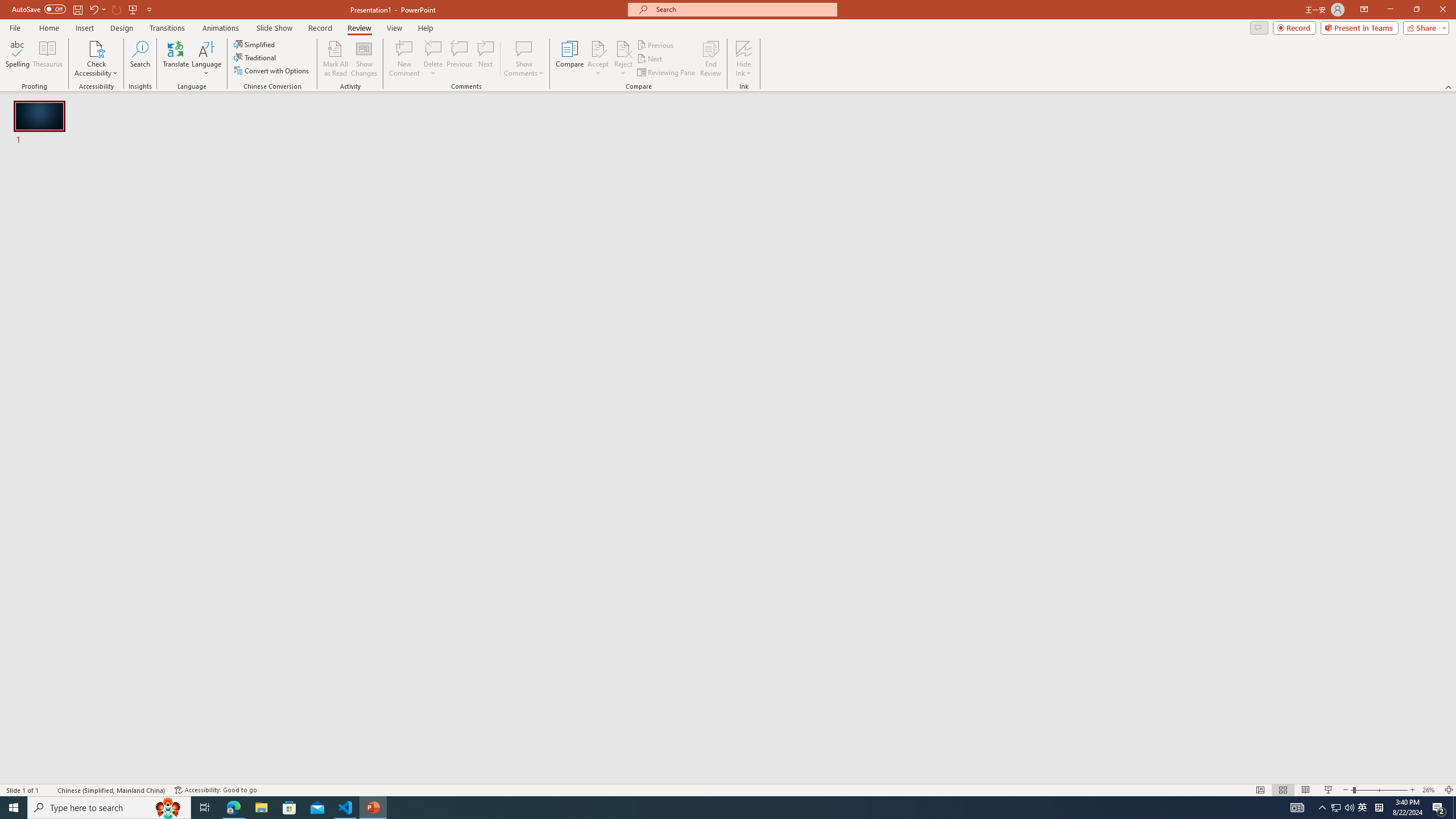  What do you see at coordinates (255, 56) in the screenshot?
I see `'Traditional'` at bounding box center [255, 56].